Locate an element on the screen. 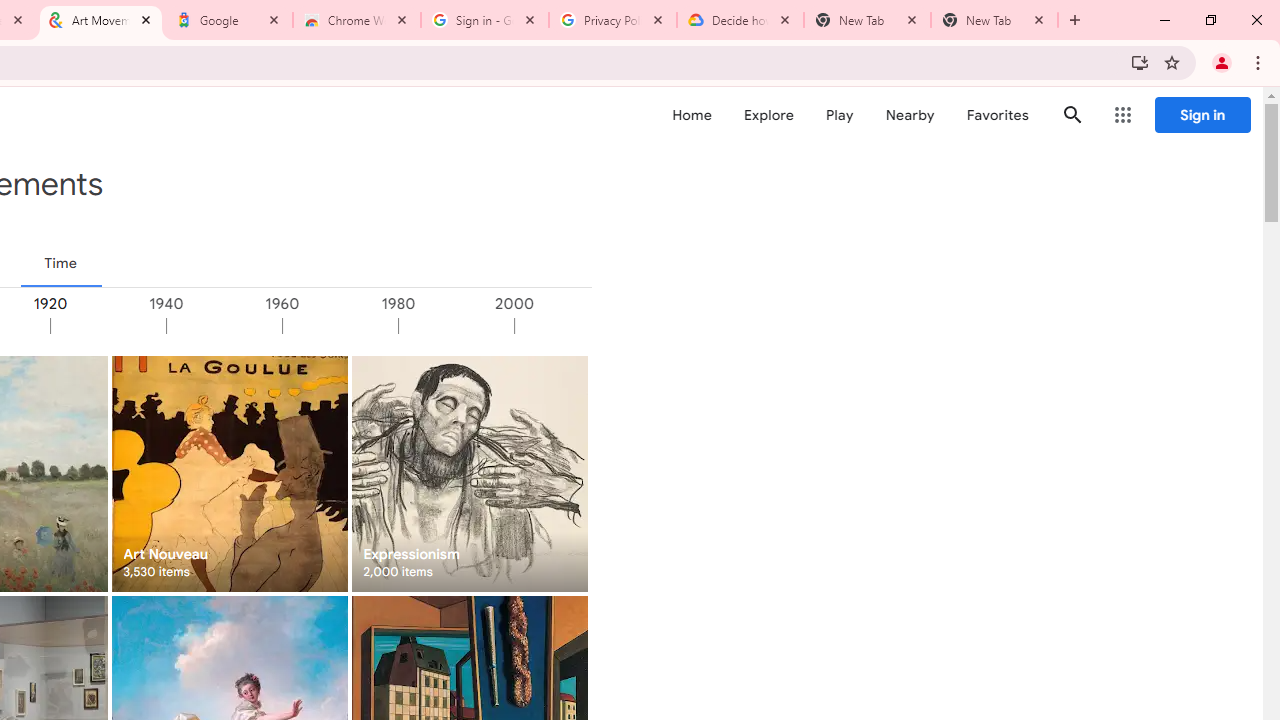  'Explore' is located at coordinates (767, 115).